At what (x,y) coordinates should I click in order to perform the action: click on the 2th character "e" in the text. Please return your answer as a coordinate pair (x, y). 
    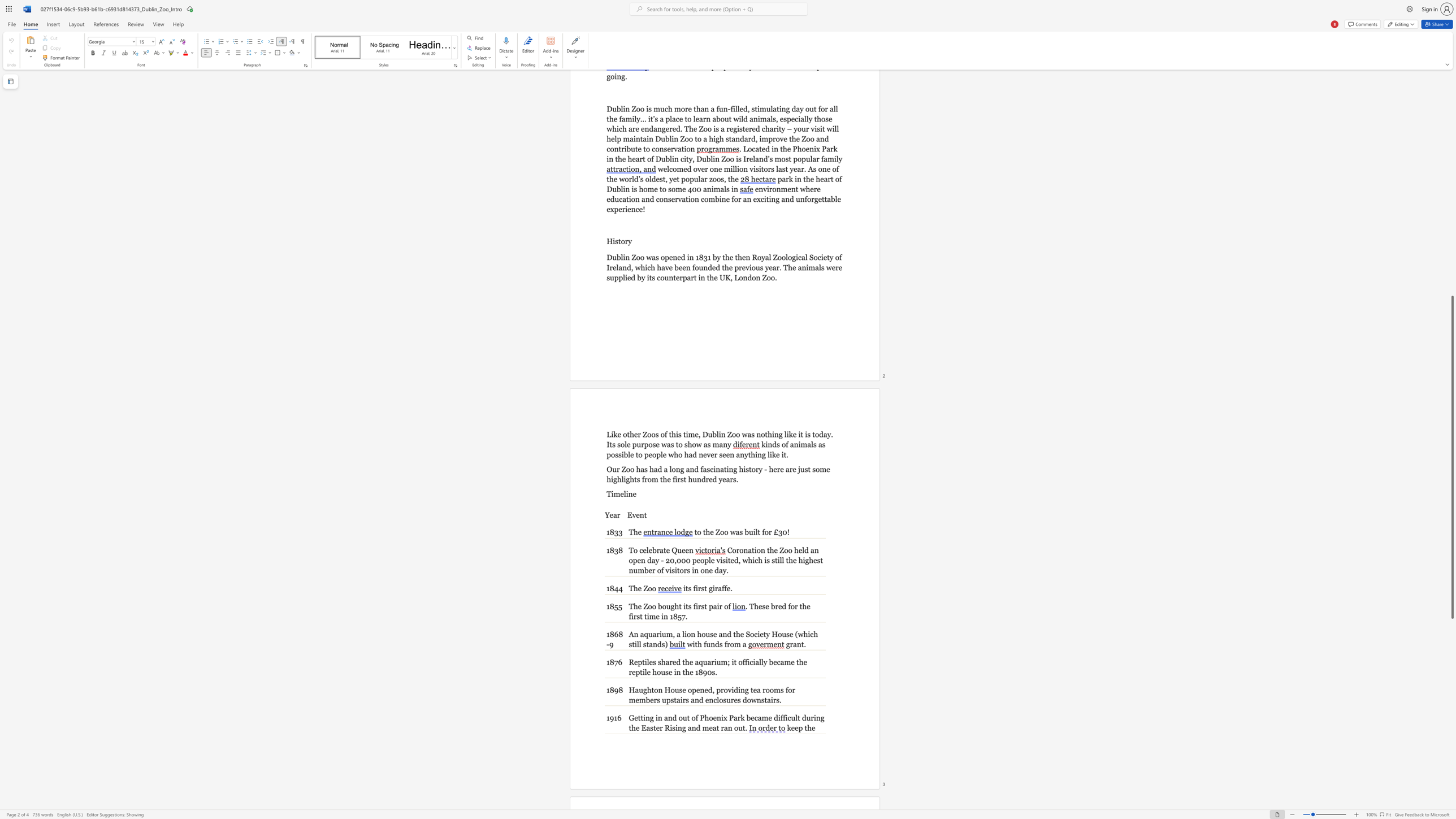
    Looking at the image, I should click on (649, 549).